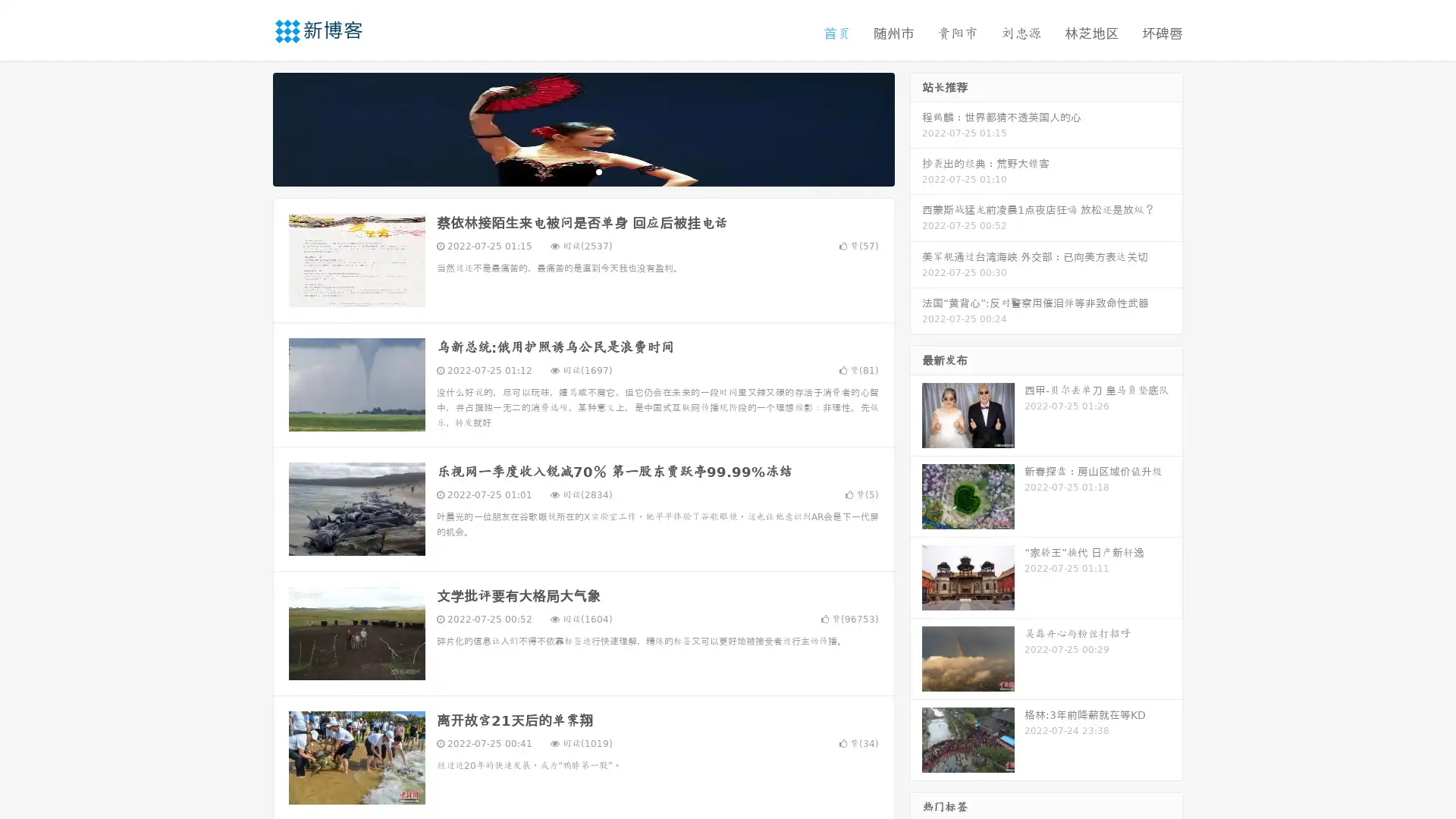 This screenshot has height=819, width=1456. Describe the element at coordinates (582, 171) in the screenshot. I see `Go to slide 2` at that location.